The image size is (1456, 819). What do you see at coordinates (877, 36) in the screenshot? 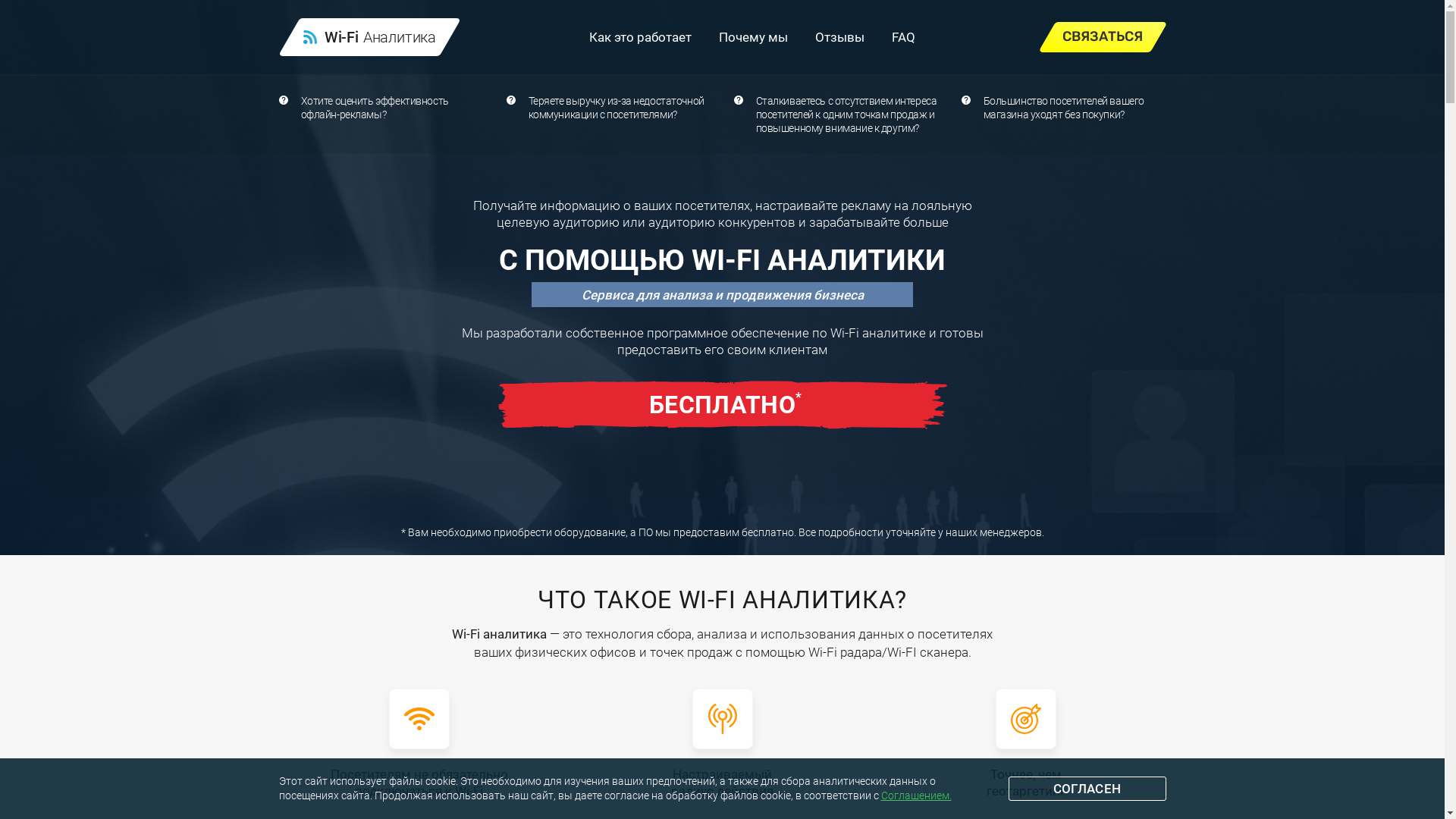
I see `'FAQ'` at bounding box center [877, 36].